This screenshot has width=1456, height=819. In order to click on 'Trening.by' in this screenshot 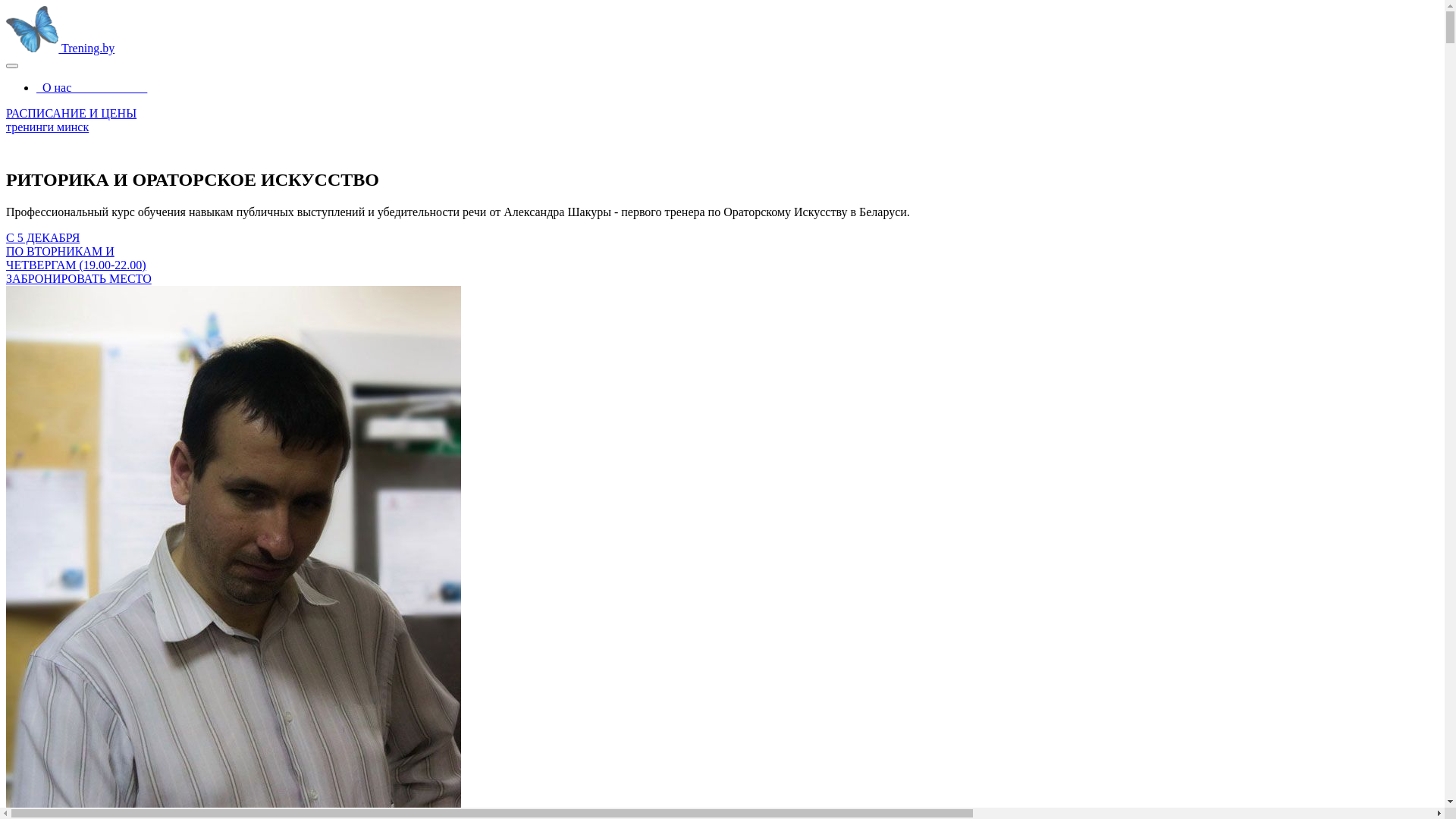, I will do `click(86, 47)`.